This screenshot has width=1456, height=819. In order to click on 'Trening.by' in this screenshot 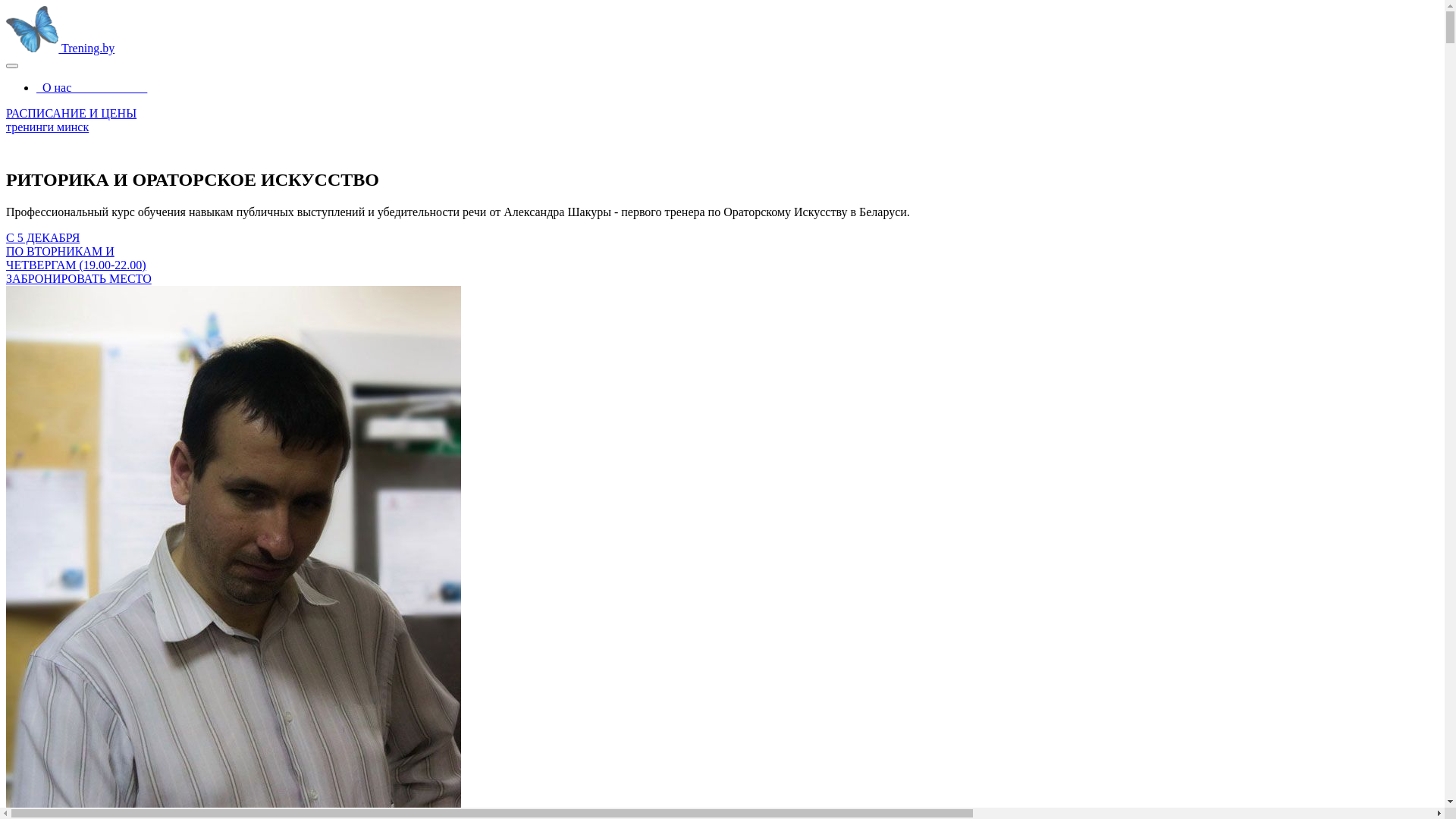, I will do `click(86, 47)`.